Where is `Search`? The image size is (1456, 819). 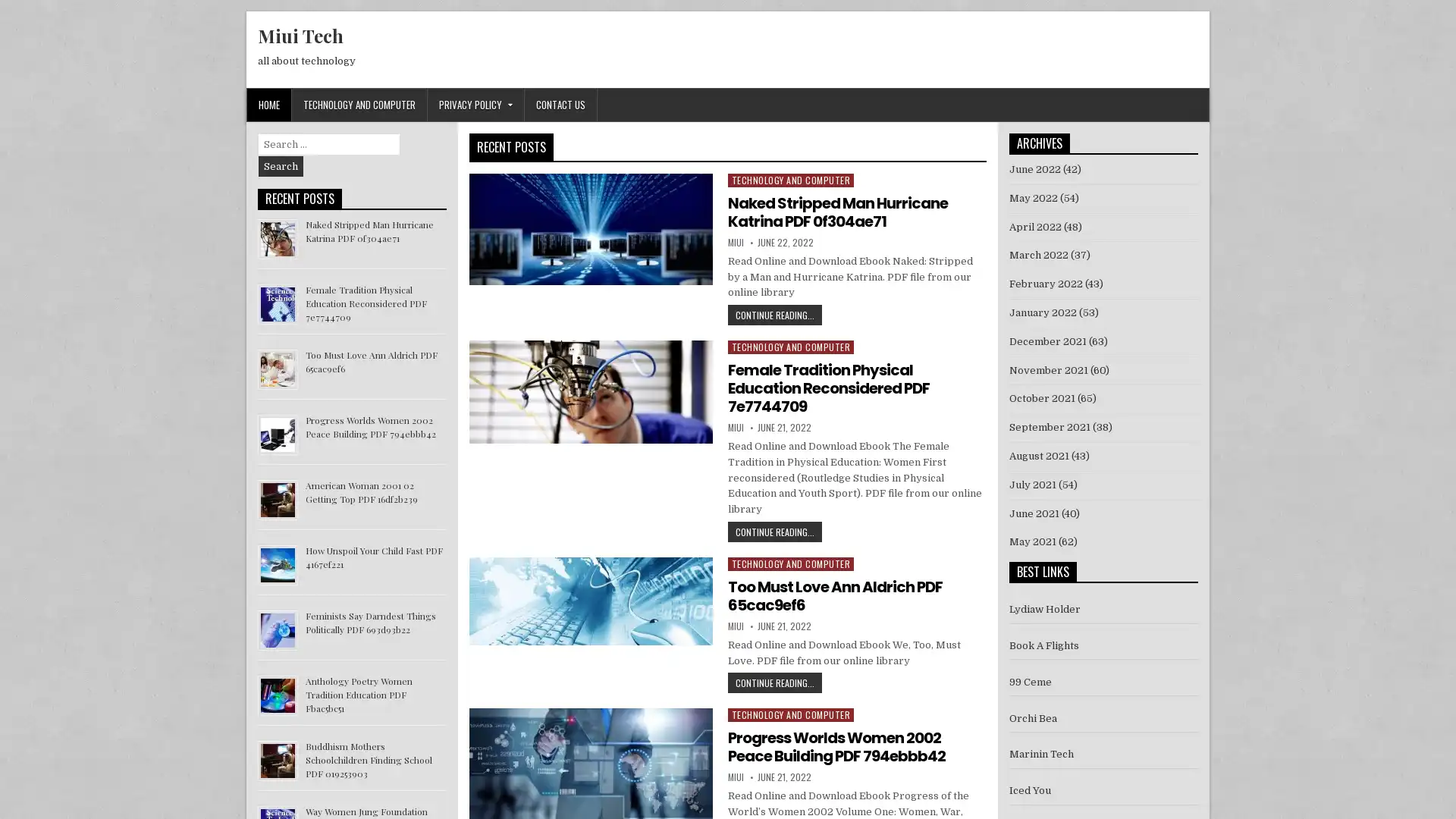
Search is located at coordinates (281, 166).